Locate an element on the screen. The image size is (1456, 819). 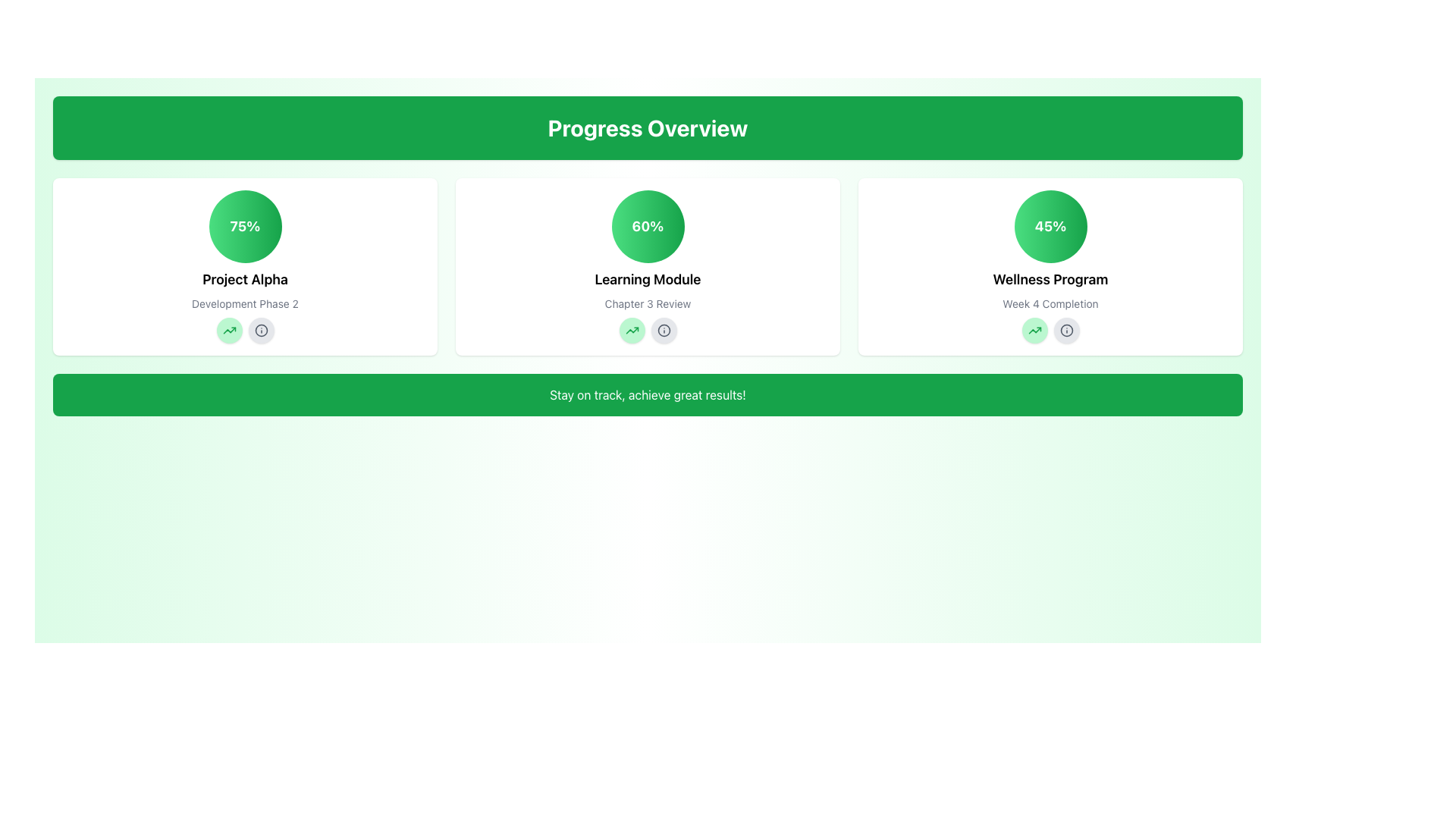
the text label displaying 'Development Phase 2', which is styled in small gray font and positioned below 'Project Alpha' is located at coordinates (245, 304).